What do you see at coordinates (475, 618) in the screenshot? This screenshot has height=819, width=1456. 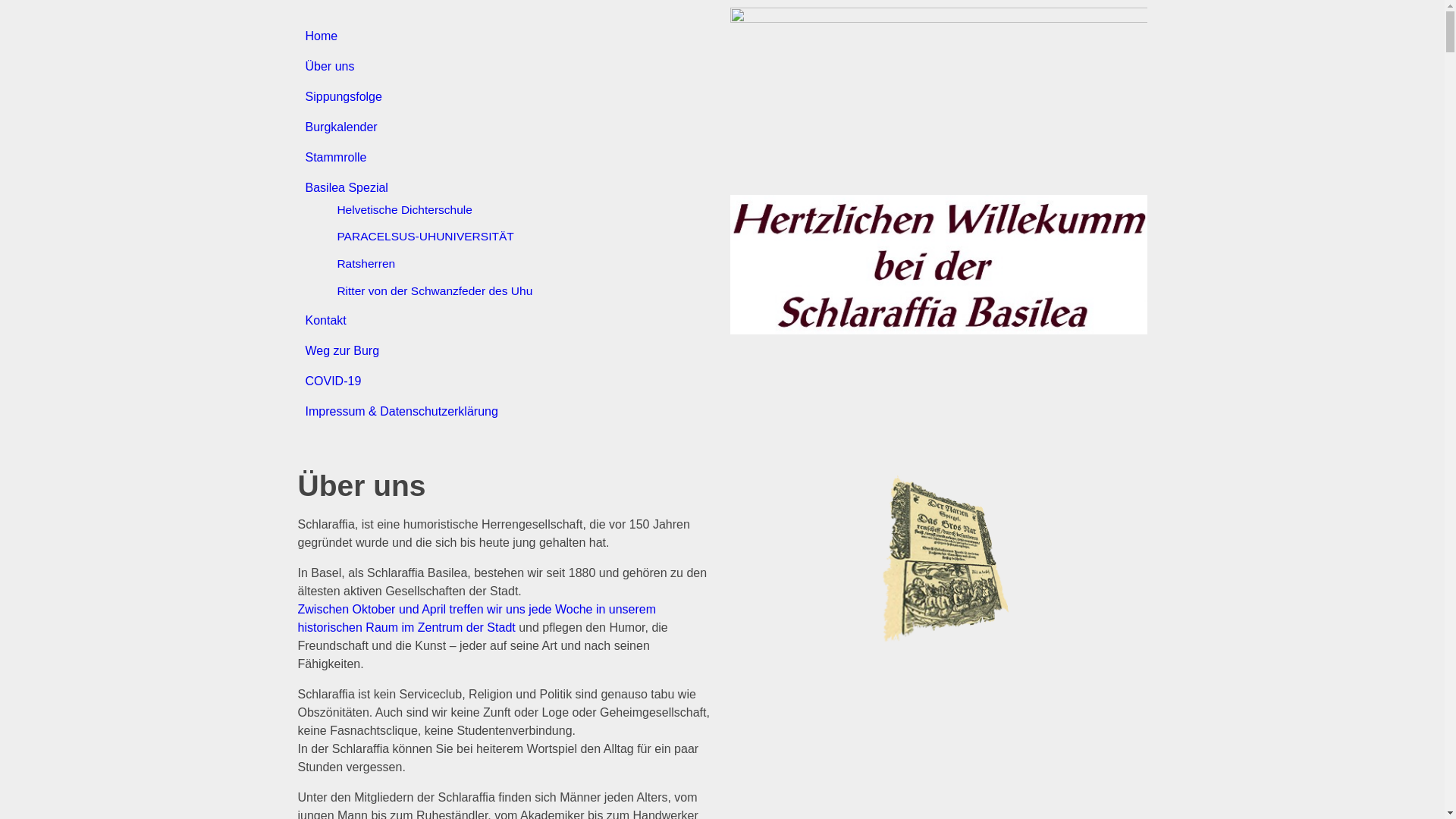 I see `'in unserem historischen Raum im Zentrum der Stadt'` at bounding box center [475, 618].